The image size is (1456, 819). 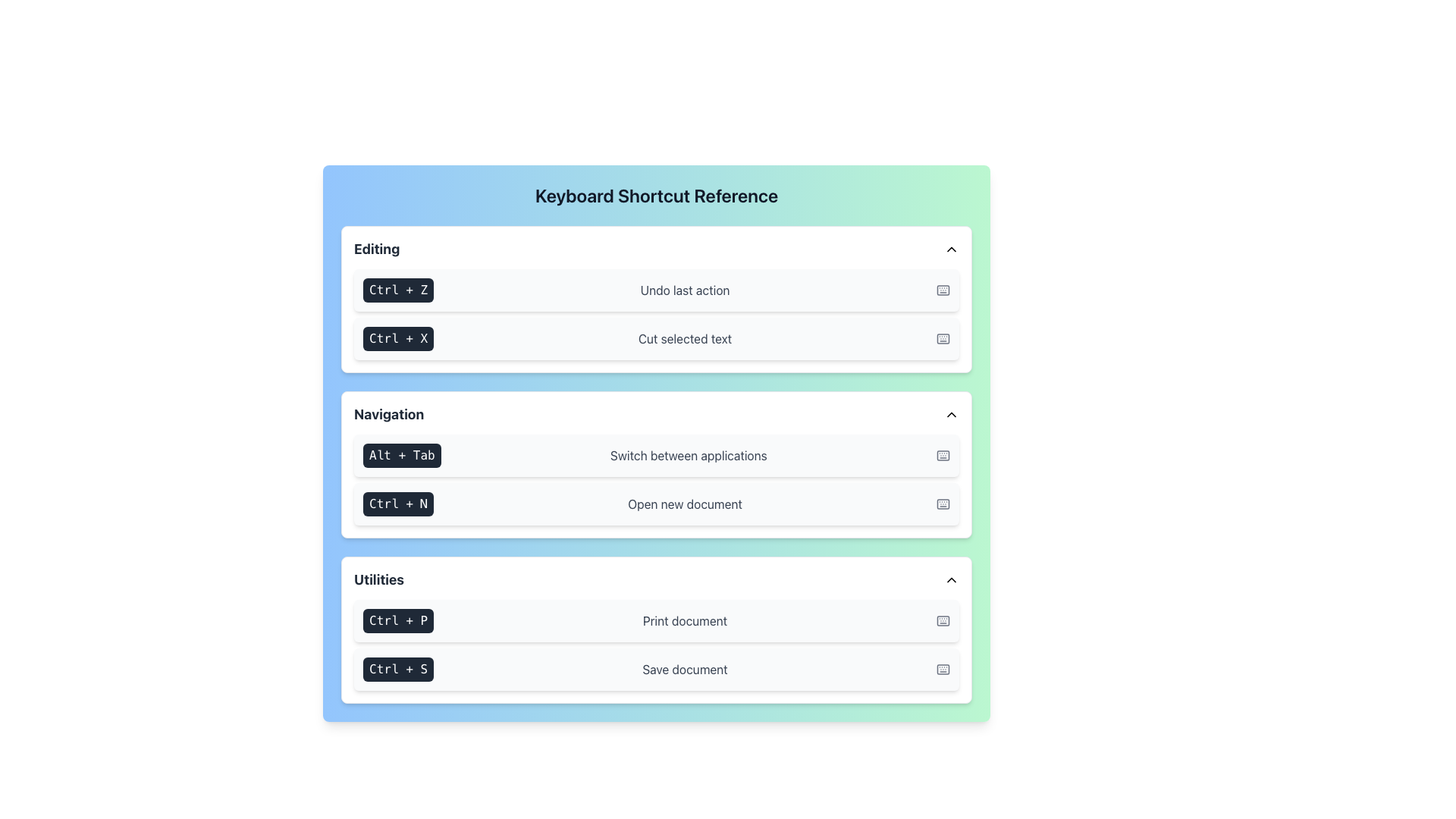 I want to click on the upward chevron icon on the far right side of the 'Utilities' section title bar, so click(x=950, y=579).